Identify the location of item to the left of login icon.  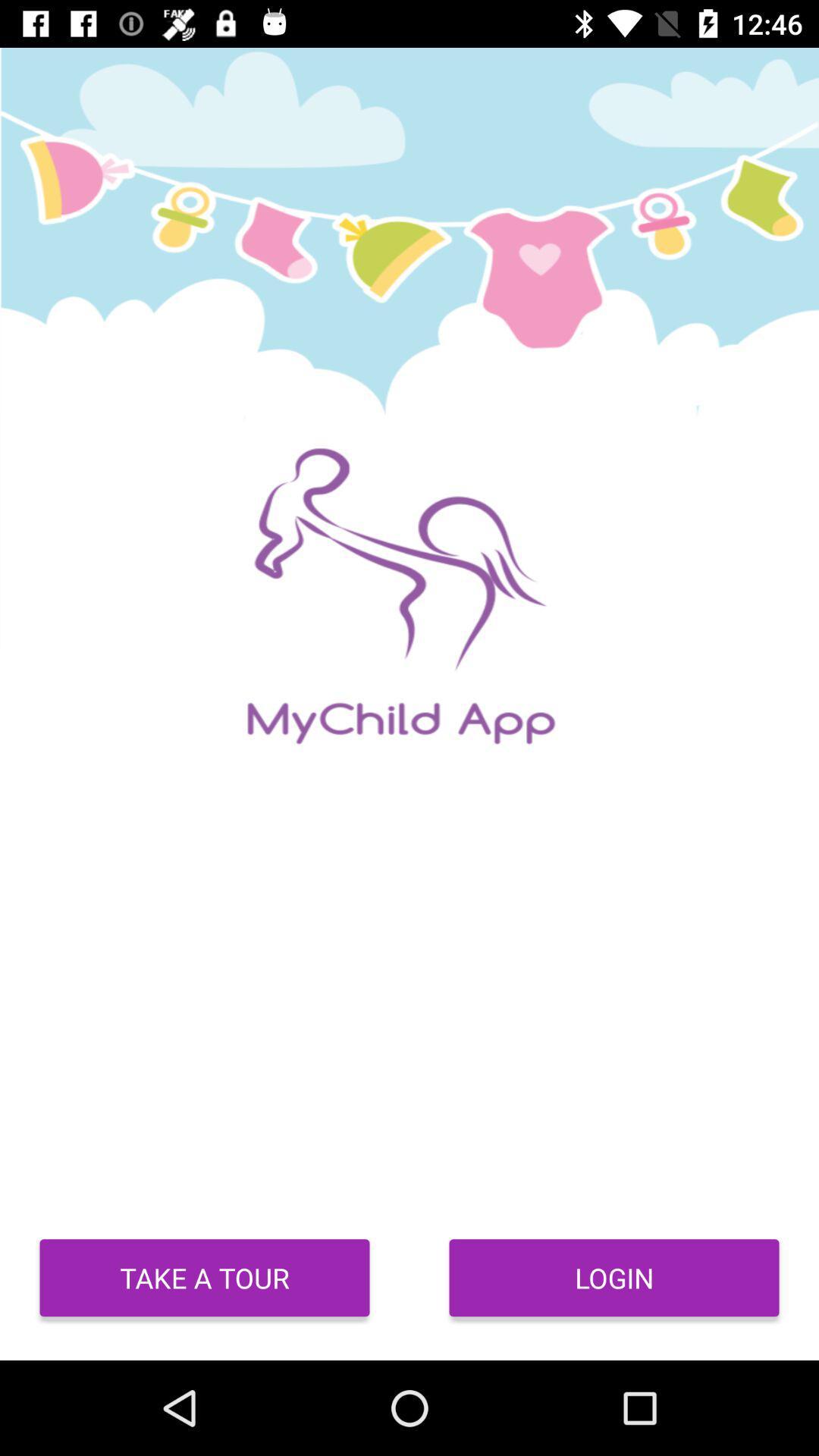
(205, 1277).